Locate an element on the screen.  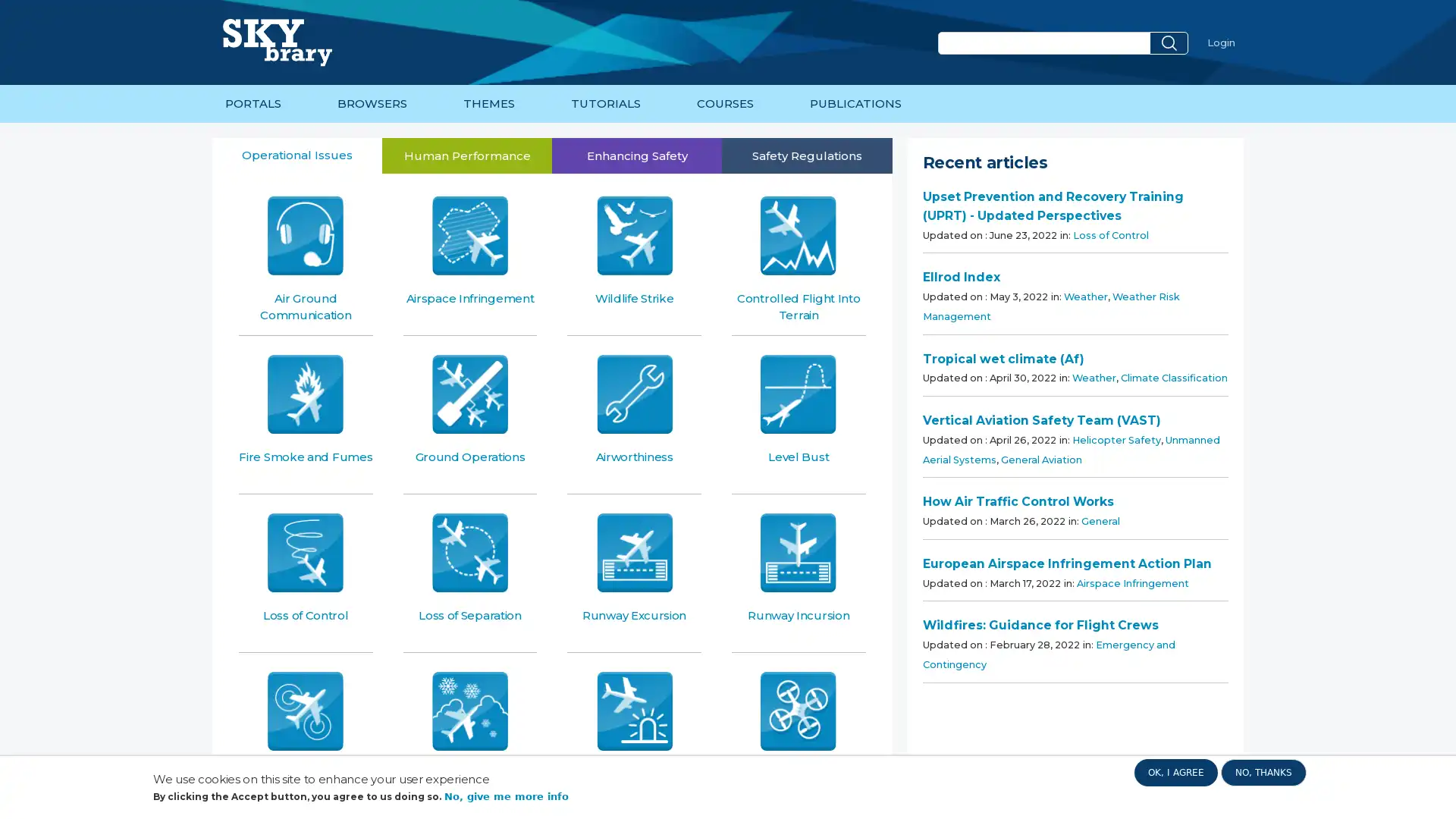
OK, I AGREE is located at coordinates (1175, 783).